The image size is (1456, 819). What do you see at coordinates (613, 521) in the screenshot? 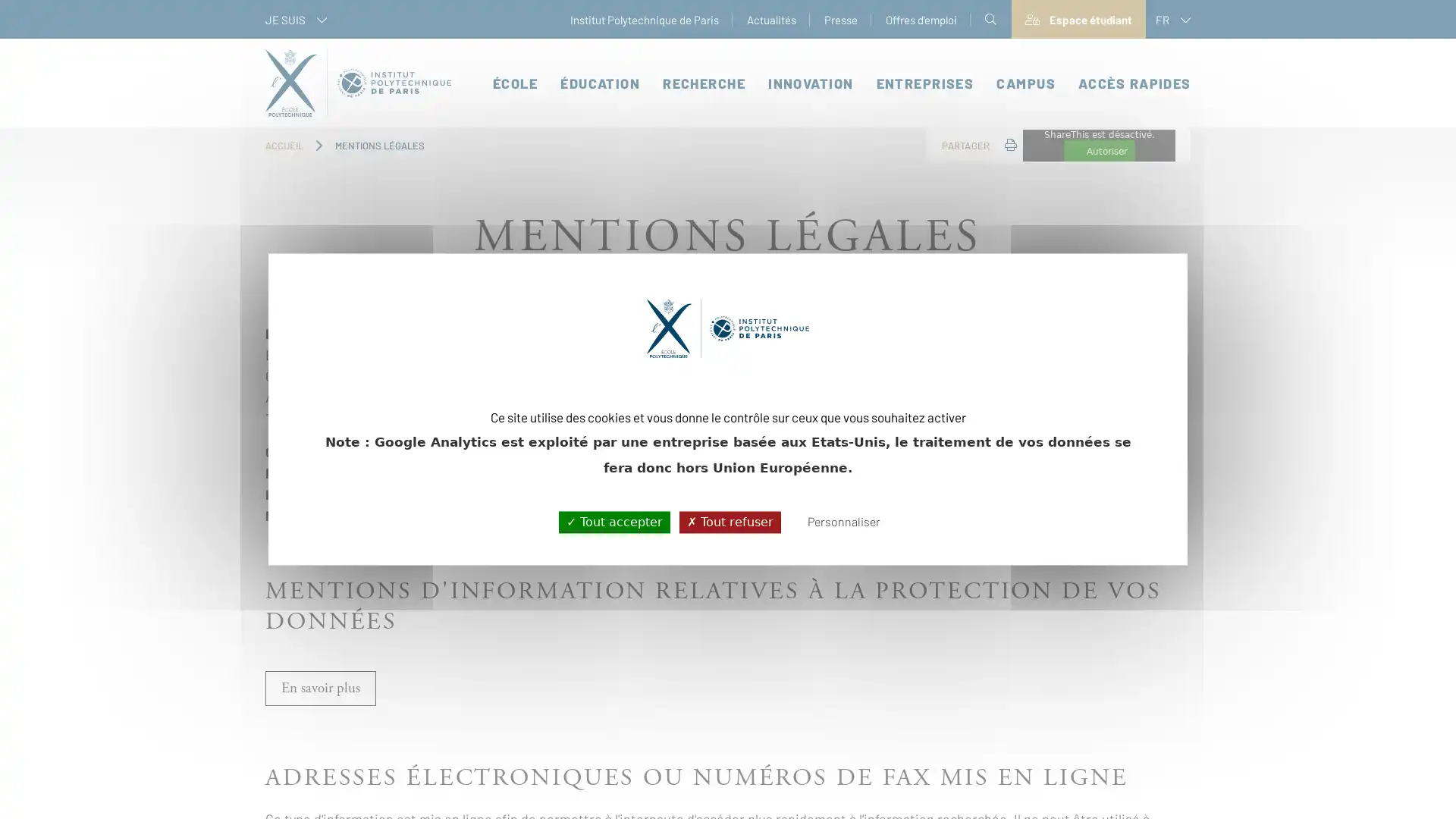
I see `Tout accepter` at bounding box center [613, 521].